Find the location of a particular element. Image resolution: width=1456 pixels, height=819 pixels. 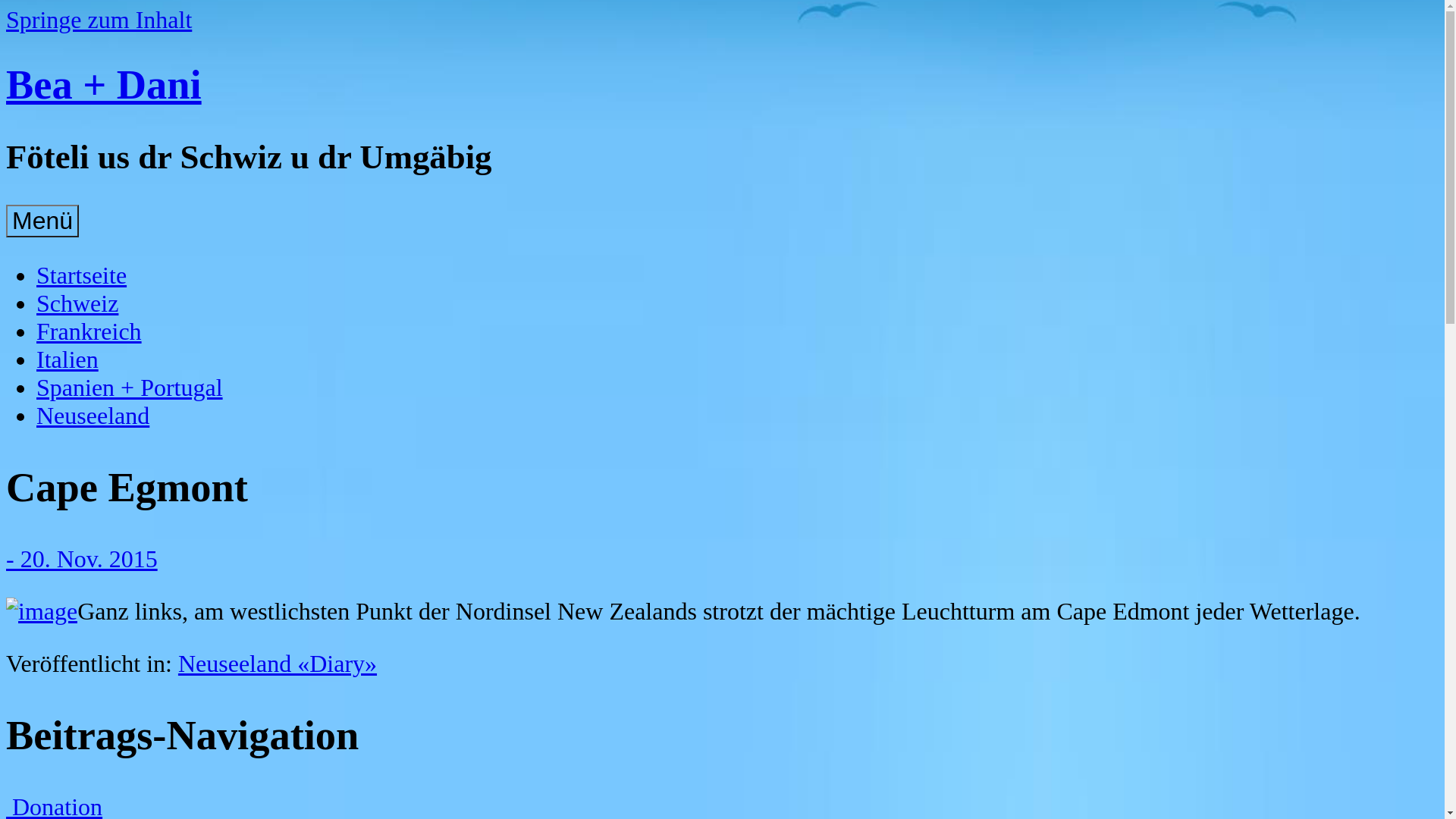

'Startseite' is located at coordinates (80, 275).